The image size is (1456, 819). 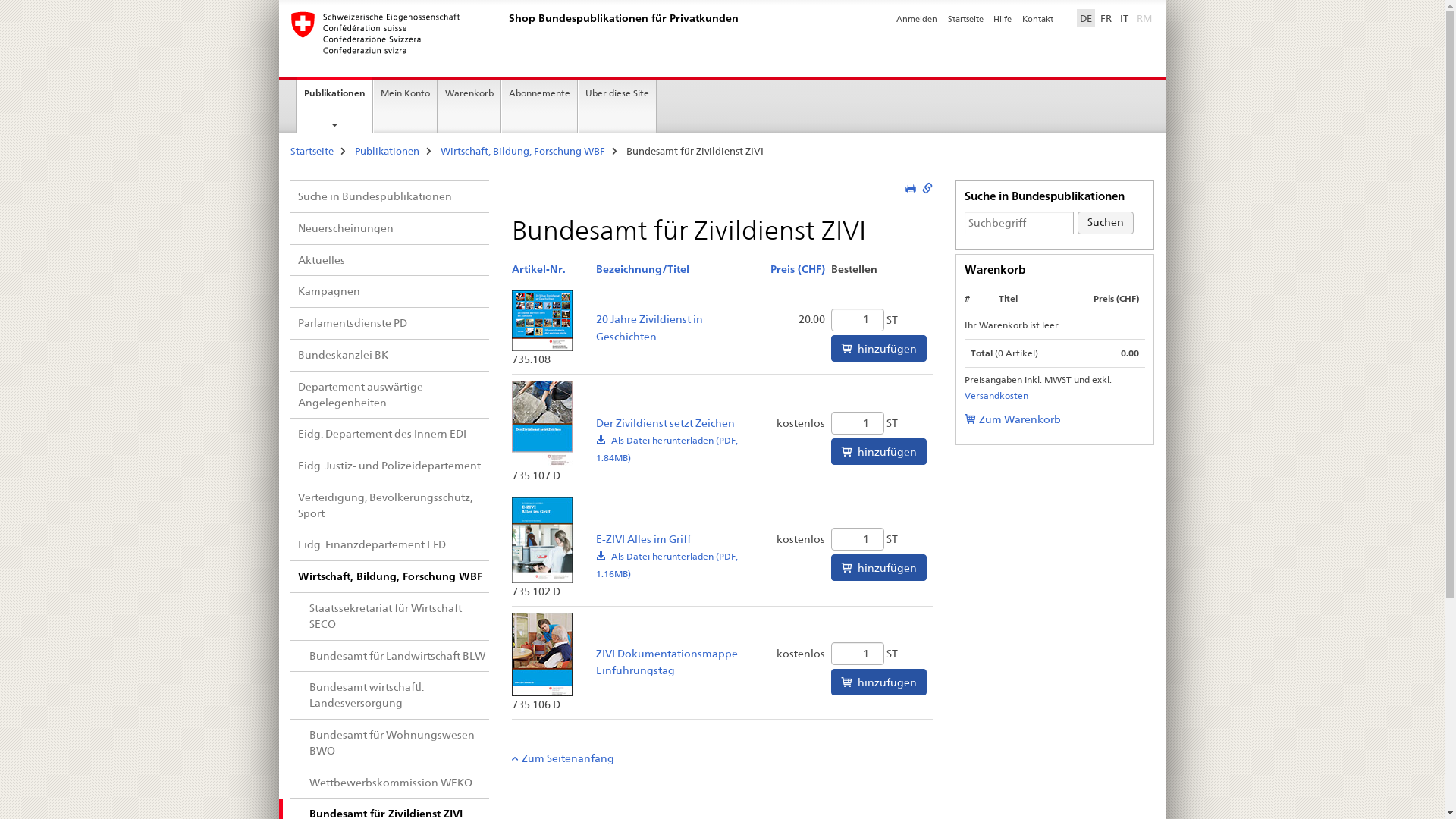 What do you see at coordinates (796, 268) in the screenshot?
I see `'Aufsteigend sortieren:` at bounding box center [796, 268].